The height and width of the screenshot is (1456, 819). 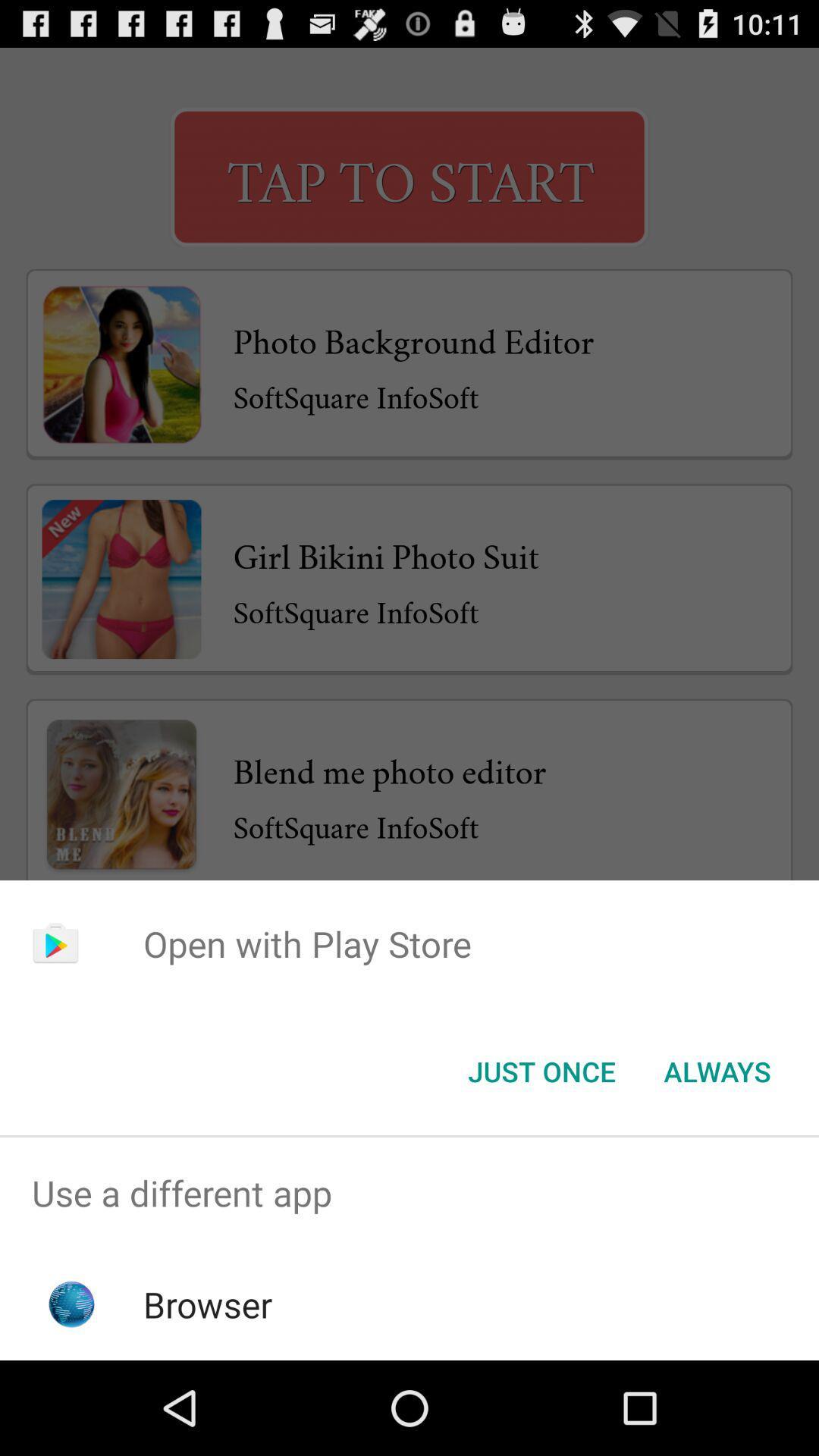 What do you see at coordinates (717, 1070) in the screenshot?
I see `app below open with play app` at bounding box center [717, 1070].